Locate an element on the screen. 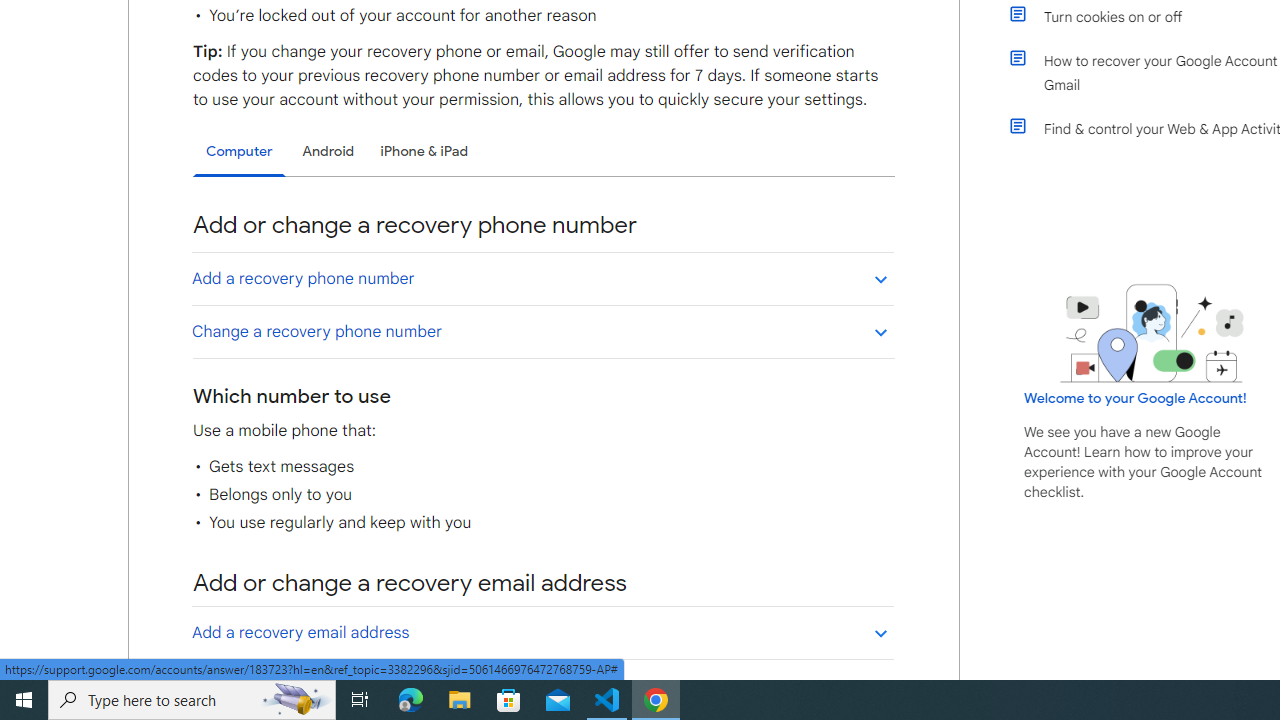 The width and height of the screenshot is (1280, 720). 'Learning Center home page image' is located at coordinates (1152, 332).